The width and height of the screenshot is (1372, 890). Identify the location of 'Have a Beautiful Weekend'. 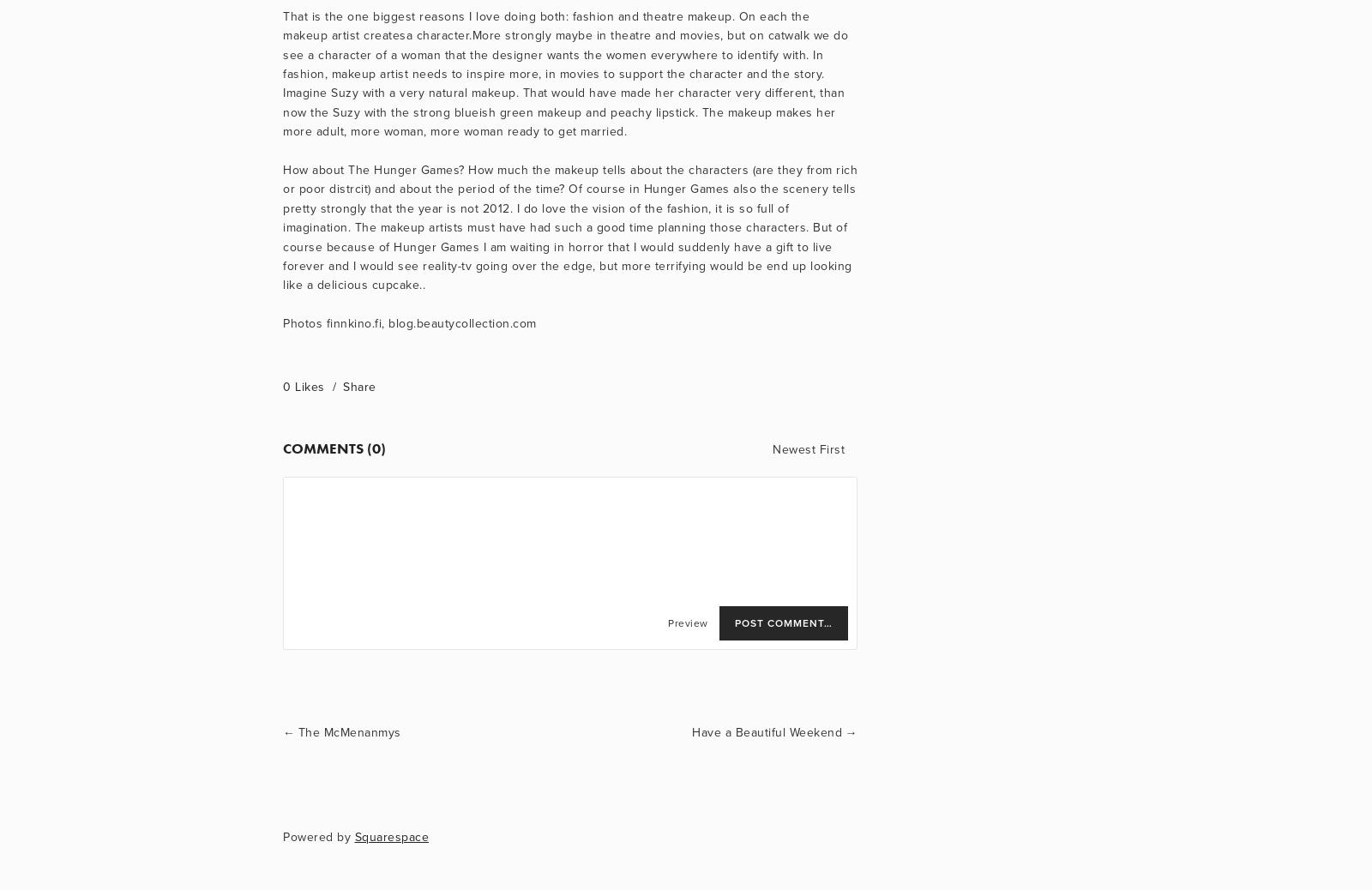
(766, 731).